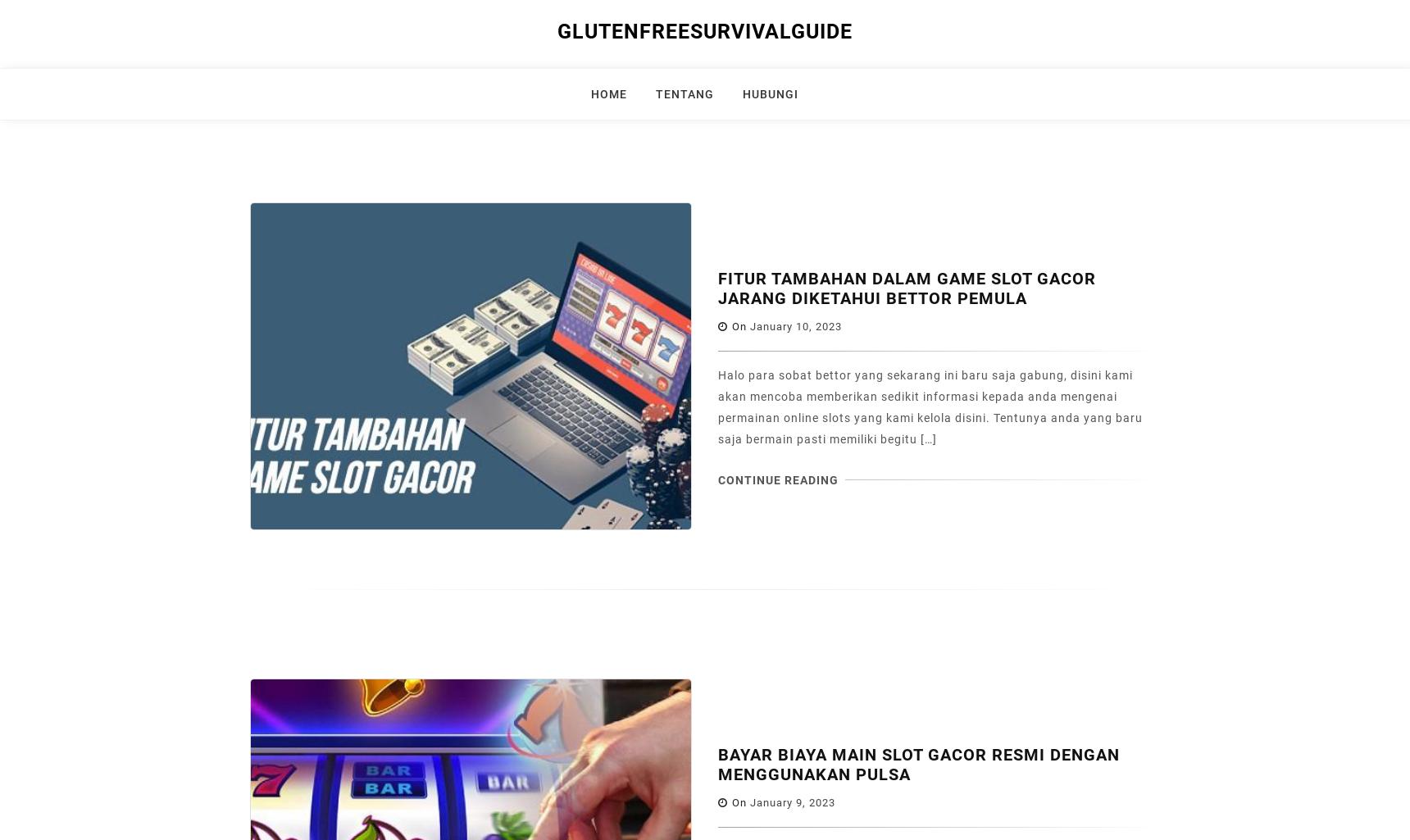 The height and width of the screenshot is (840, 1410). What do you see at coordinates (778, 479) in the screenshot?
I see `'Continue Reading'` at bounding box center [778, 479].